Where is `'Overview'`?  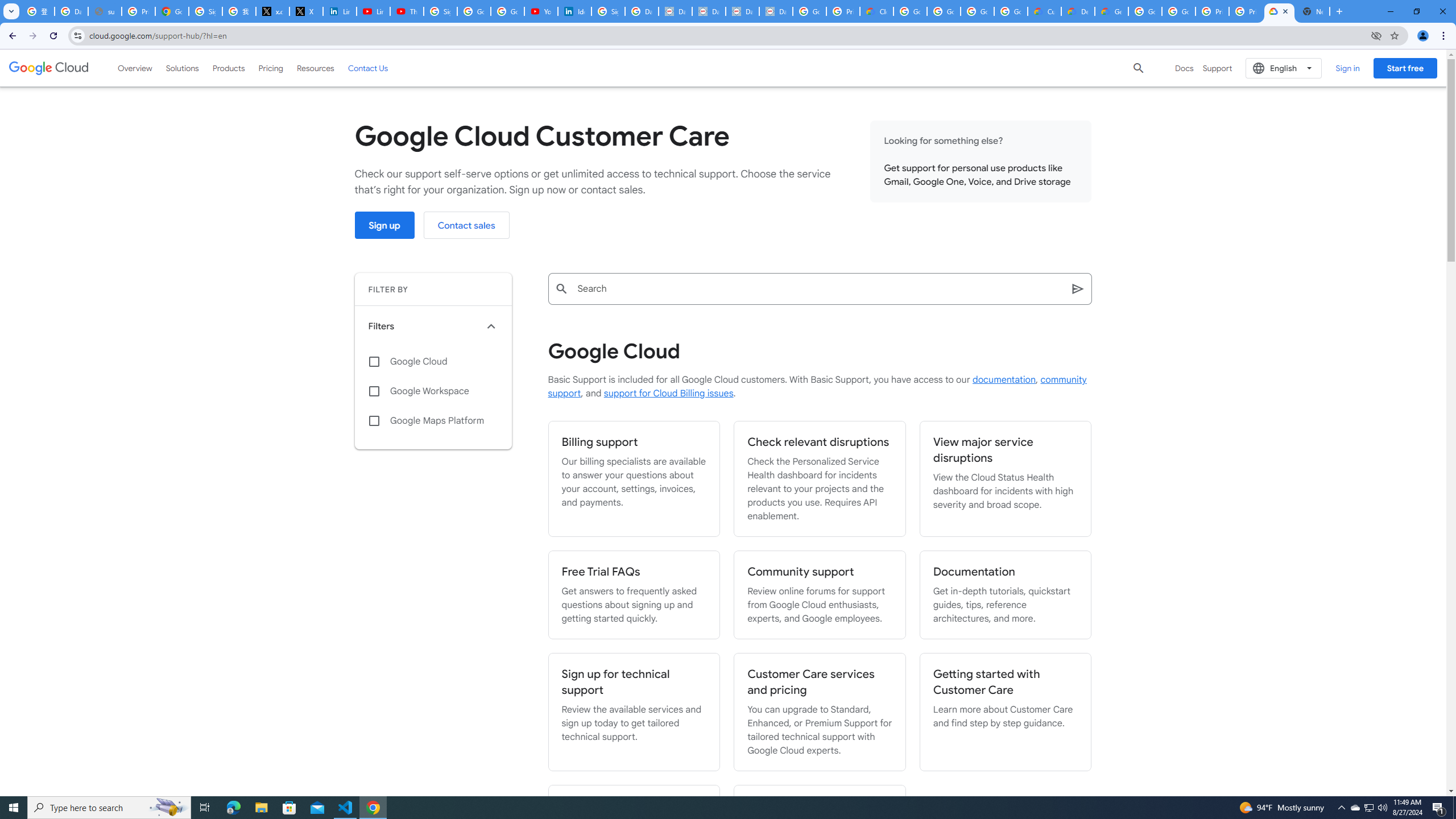
'Overview' is located at coordinates (135, 67).